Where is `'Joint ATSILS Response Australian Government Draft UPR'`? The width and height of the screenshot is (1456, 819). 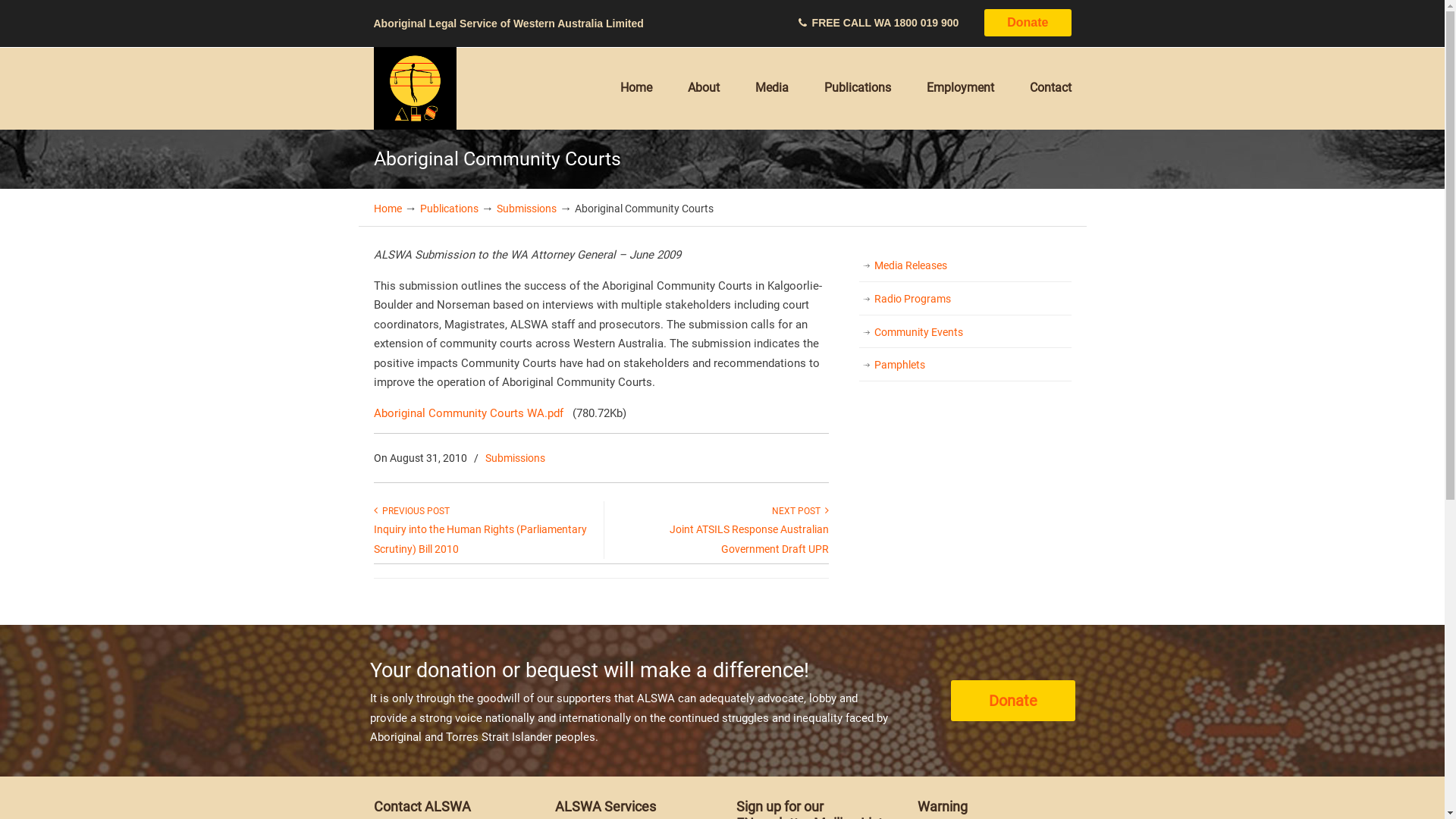
'Joint ATSILS Response Australian Government Draft UPR' is located at coordinates (748, 538).